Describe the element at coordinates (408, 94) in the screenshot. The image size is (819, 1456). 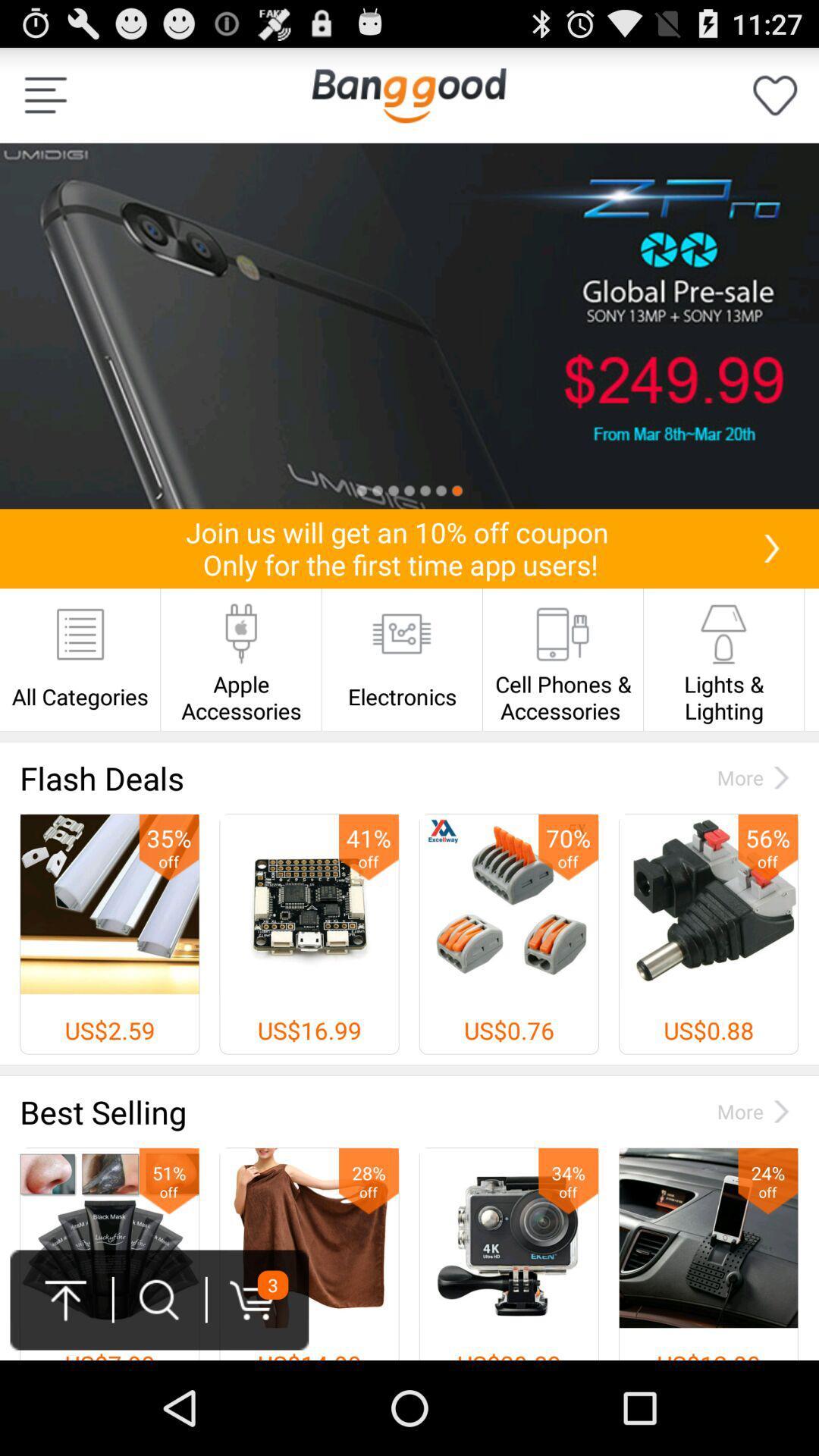
I see `bang good home link` at that location.